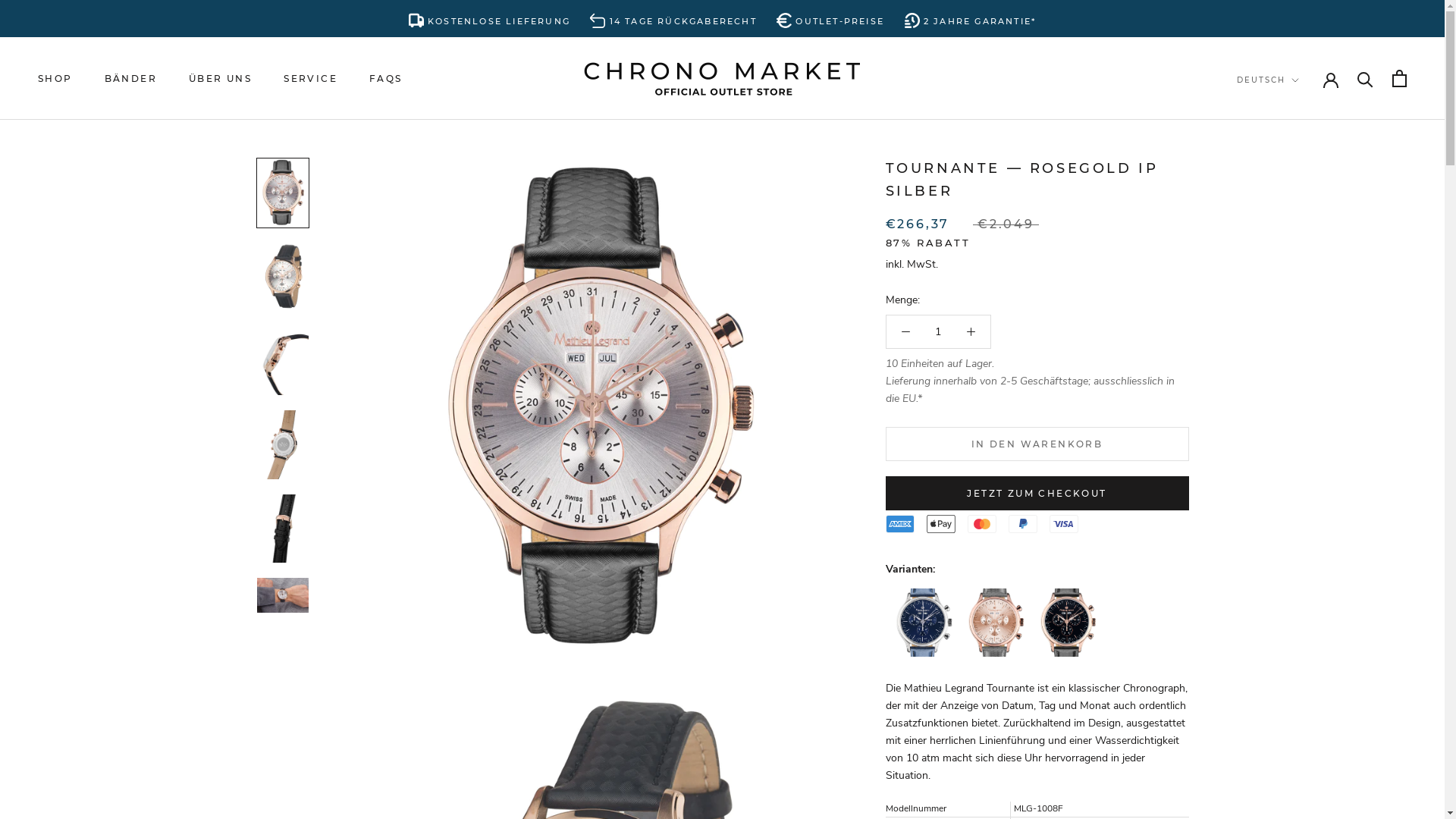 Image resolution: width=1456 pixels, height=819 pixels. I want to click on 'SHOP, so click(55, 78).